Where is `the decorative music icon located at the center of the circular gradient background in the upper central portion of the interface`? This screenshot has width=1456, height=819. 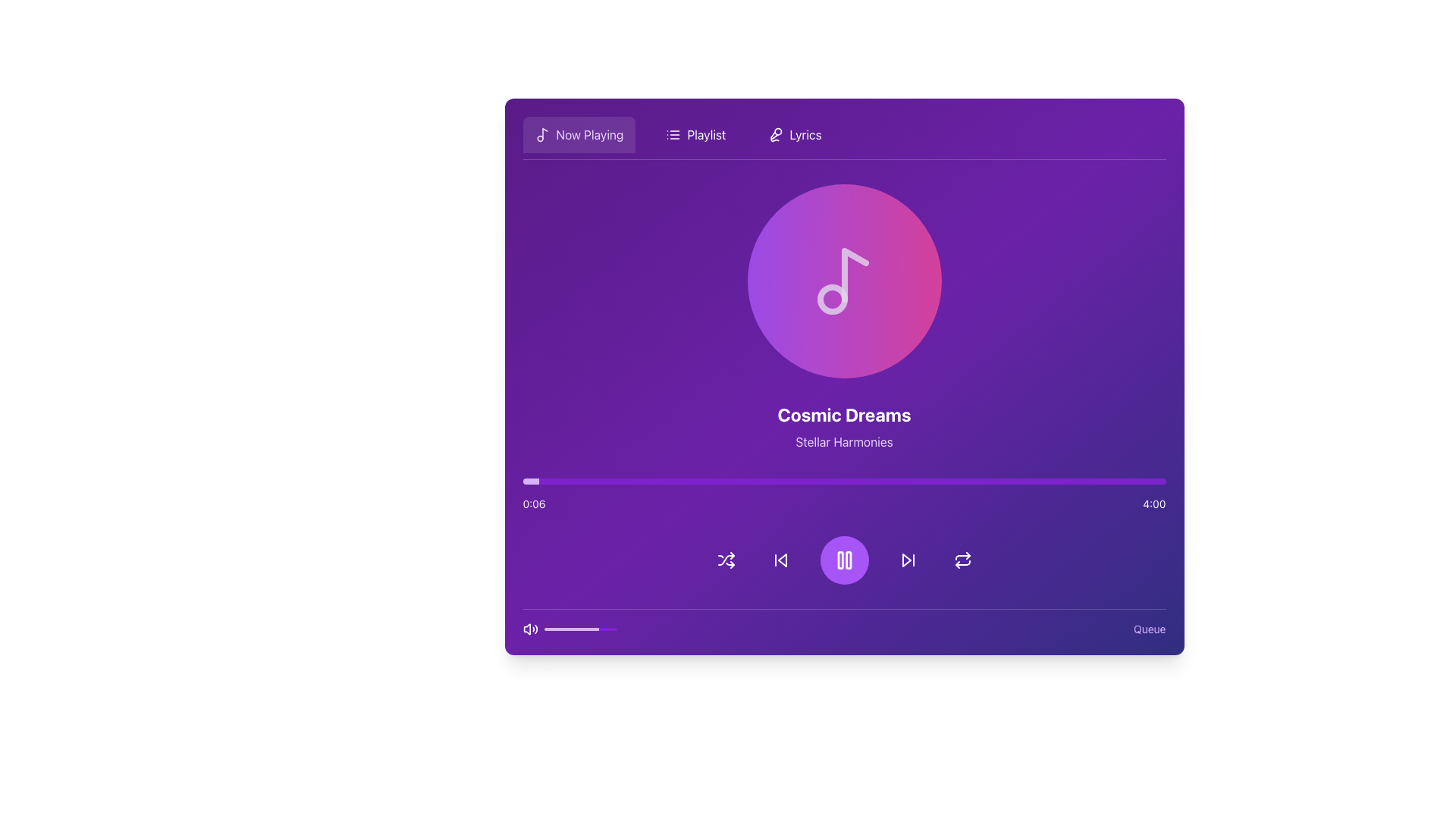
the decorative music icon located at the center of the circular gradient background in the upper central portion of the interface is located at coordinates (843, 281).